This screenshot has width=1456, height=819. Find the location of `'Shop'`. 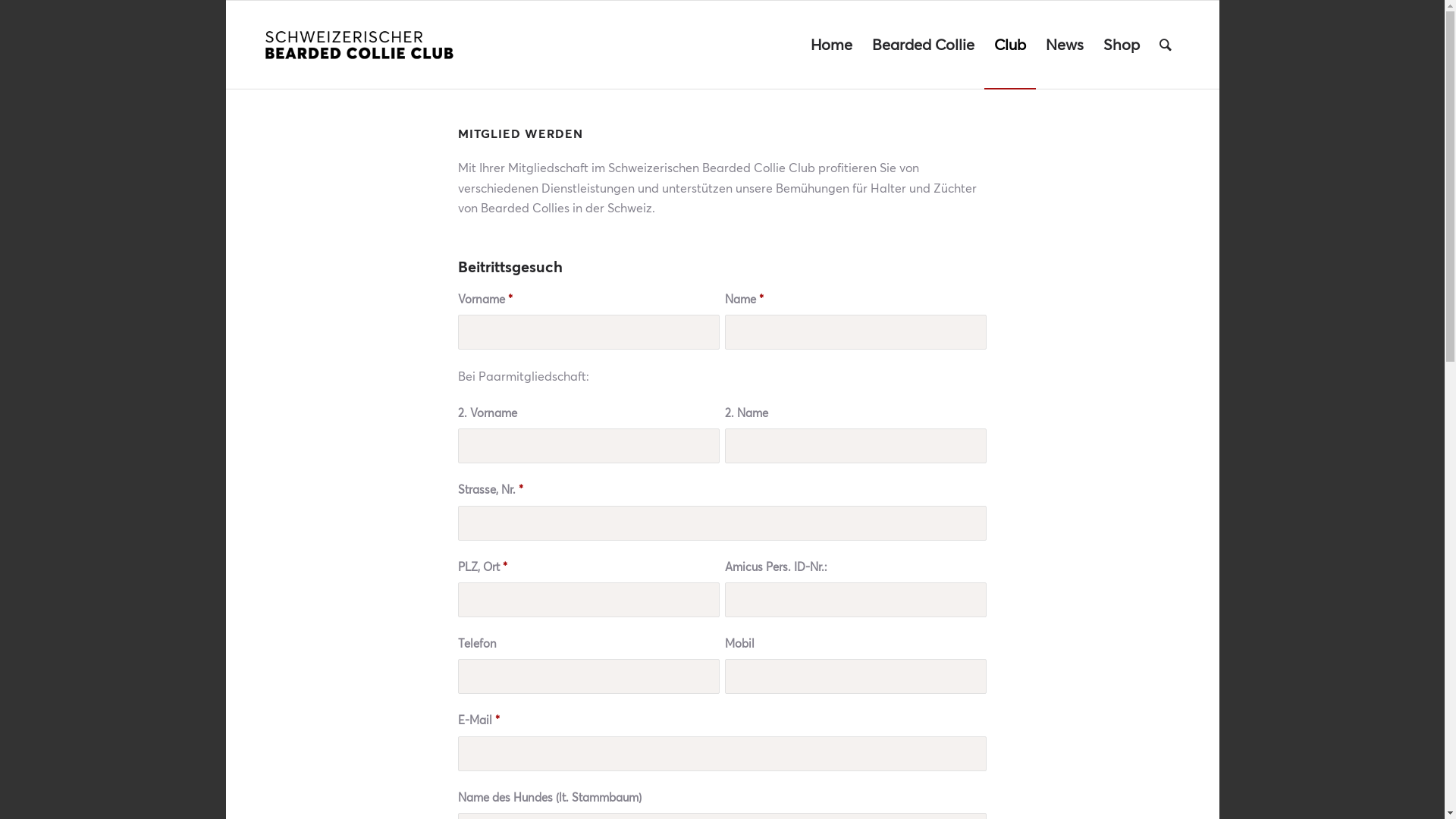

'Shop' is located at coordinates (1121, 43).